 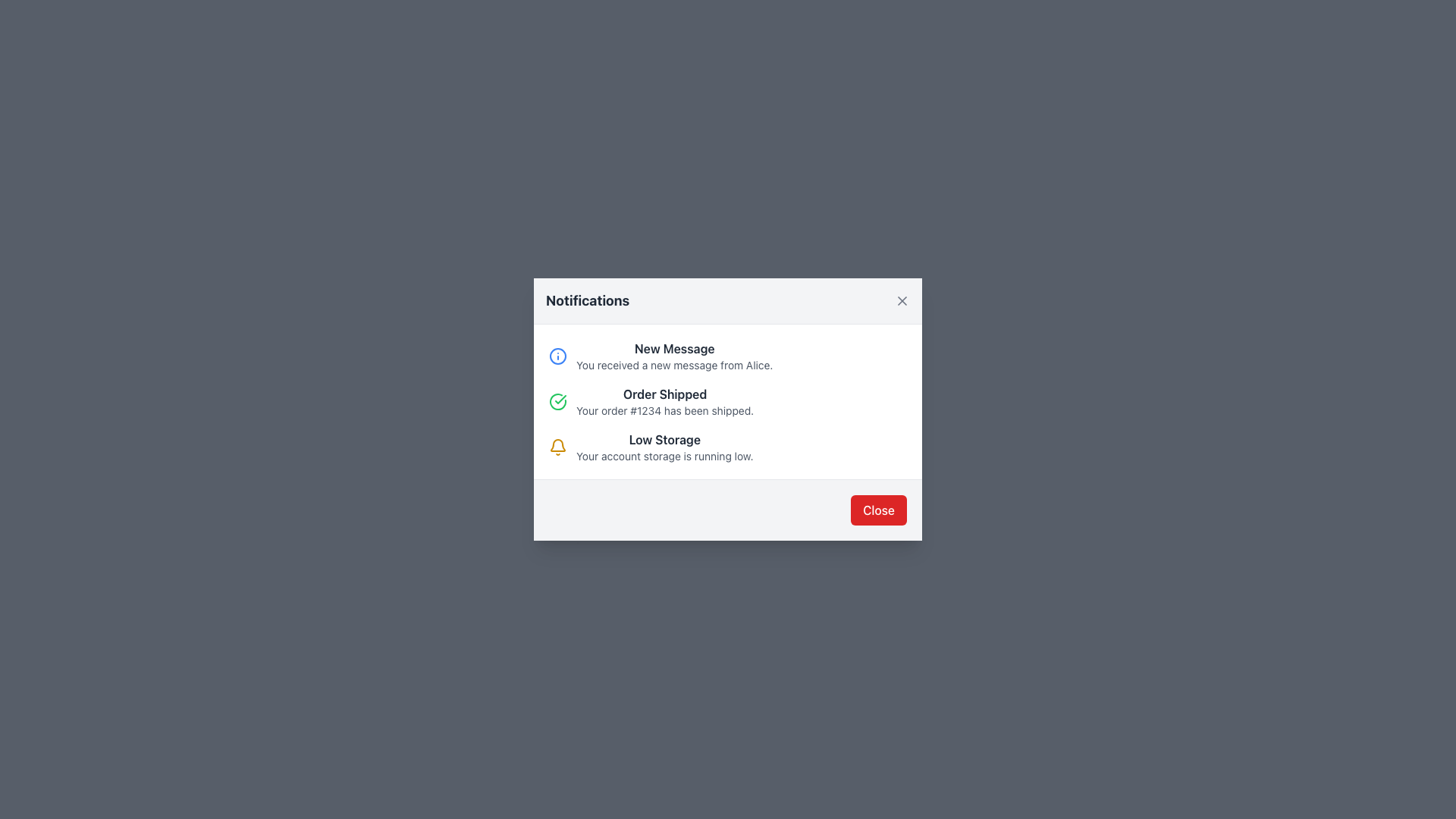 I want to click on the Text Label that conveys the critical information about the account storage running low, located within the notification box under the 'Low Storage' heading, so click(x=664, y=455).